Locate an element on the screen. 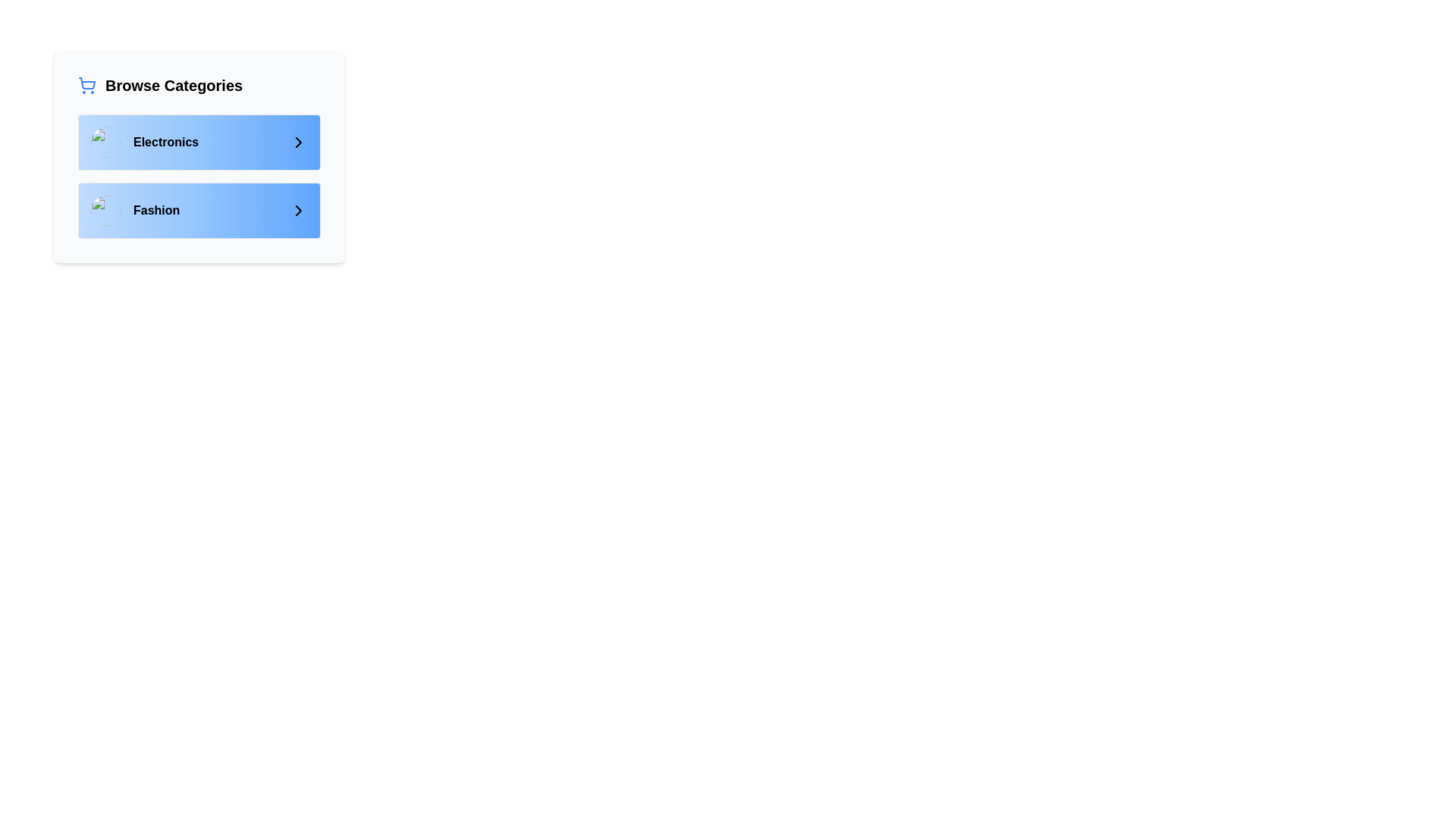  the shopping cart icon located in the top-left corner of the interface above the text 'Browse Categories' is located at coordinates (86, 83).